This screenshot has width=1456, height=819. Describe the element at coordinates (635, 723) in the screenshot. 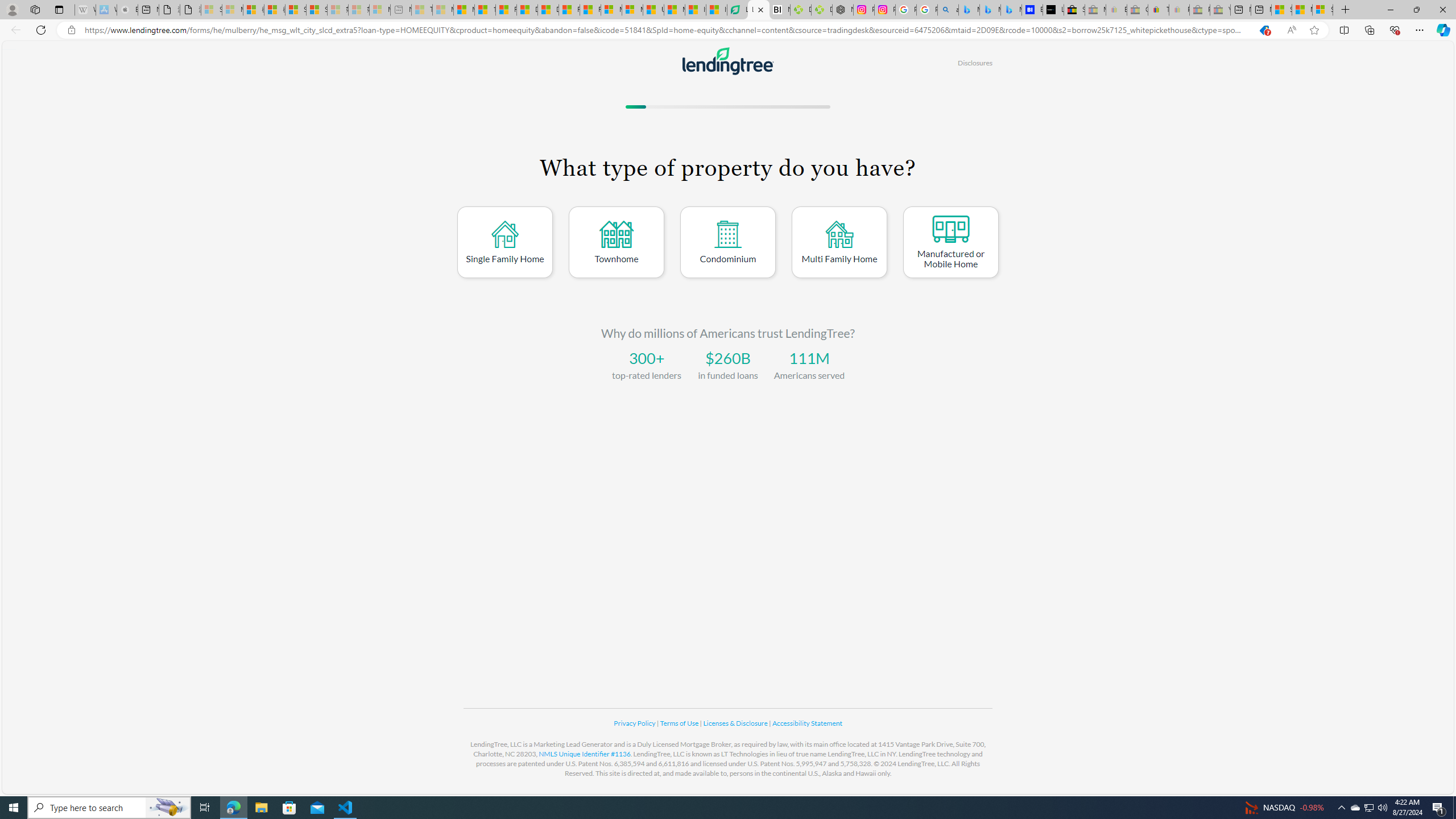

I see `'Privacy Policy '` at that location.